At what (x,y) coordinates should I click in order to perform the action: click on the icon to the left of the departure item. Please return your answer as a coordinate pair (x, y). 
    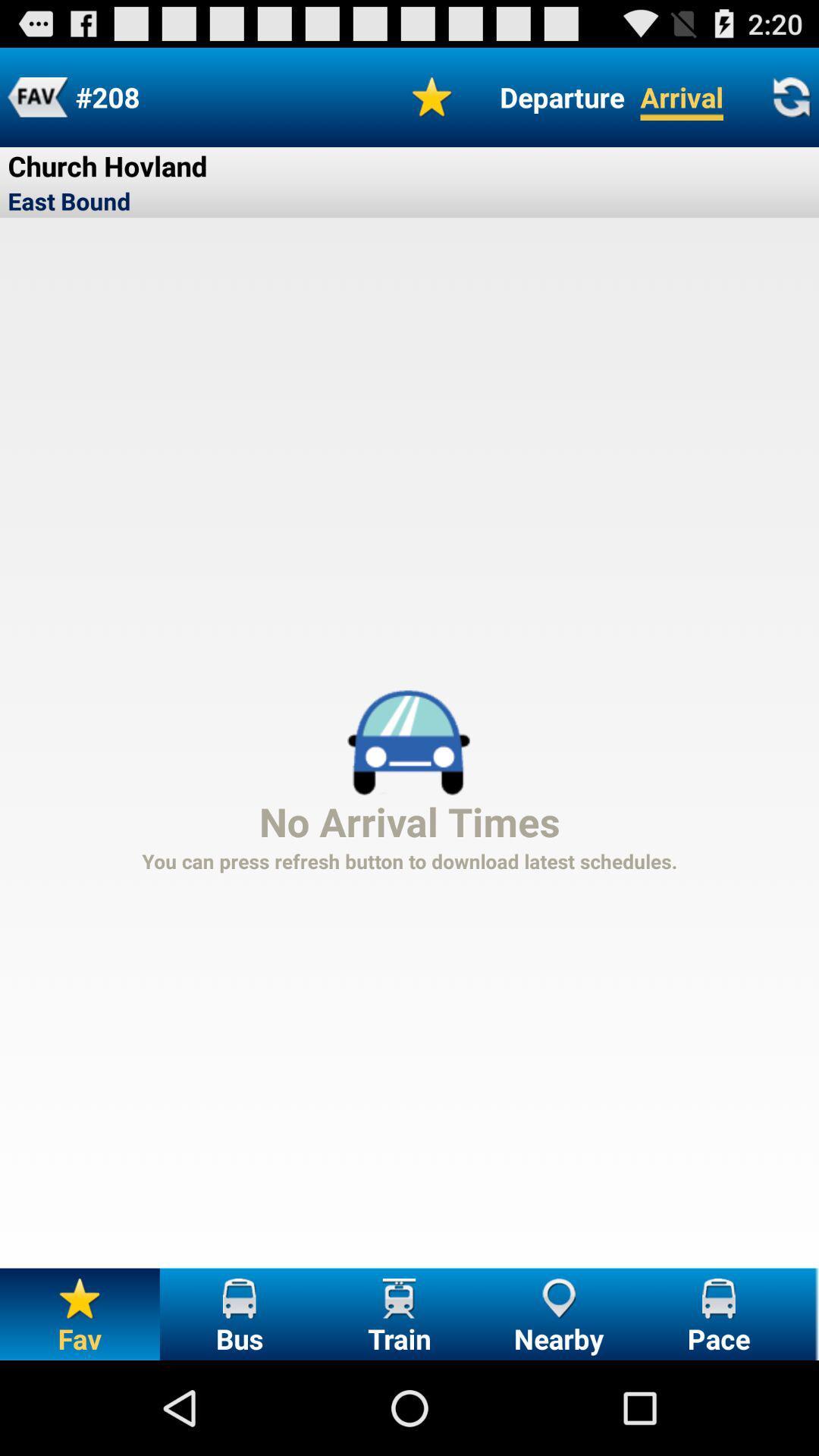
    Looking at the image, I should click on (432, 96).